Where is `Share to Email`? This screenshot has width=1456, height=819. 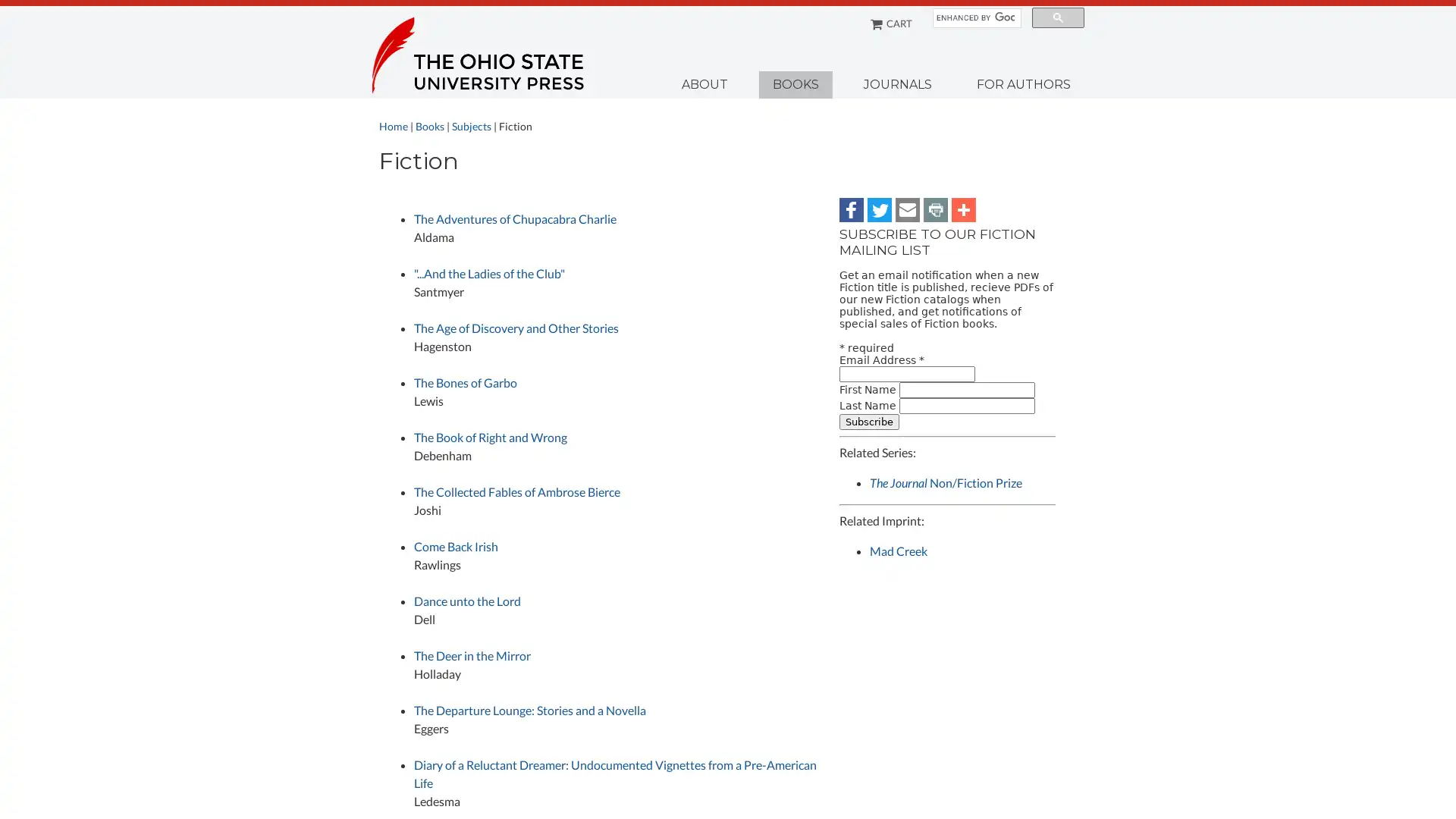 Share to Email is located at coordinates (907, 209).